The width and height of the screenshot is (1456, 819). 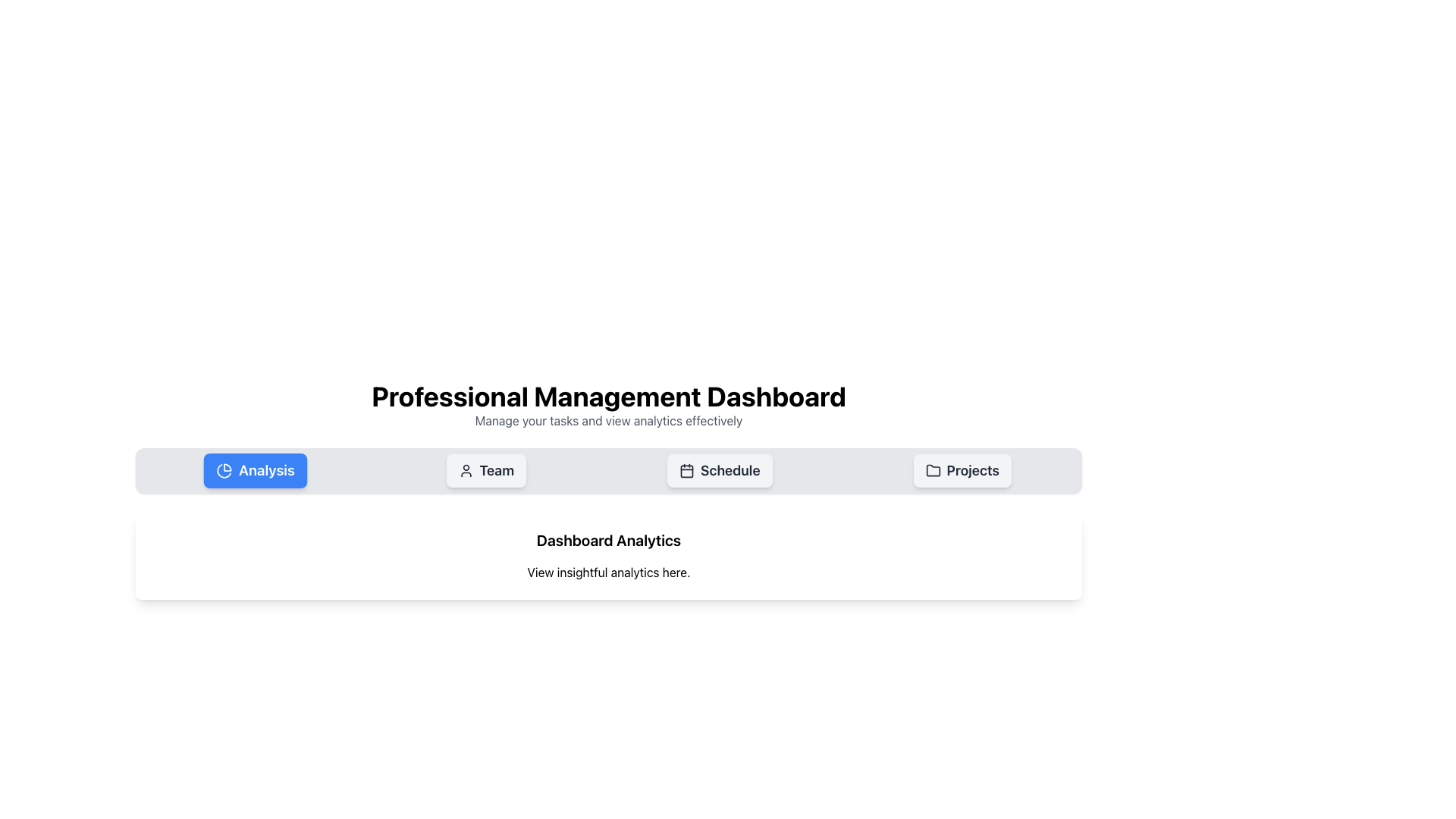 What do you see at coordinates (686, 470) in the screenshot?
I see `the calendar icon styled as an outline in dark color, located to the left of the text 'Schedule' in the navigation bar` at bounding box center [686, 470].